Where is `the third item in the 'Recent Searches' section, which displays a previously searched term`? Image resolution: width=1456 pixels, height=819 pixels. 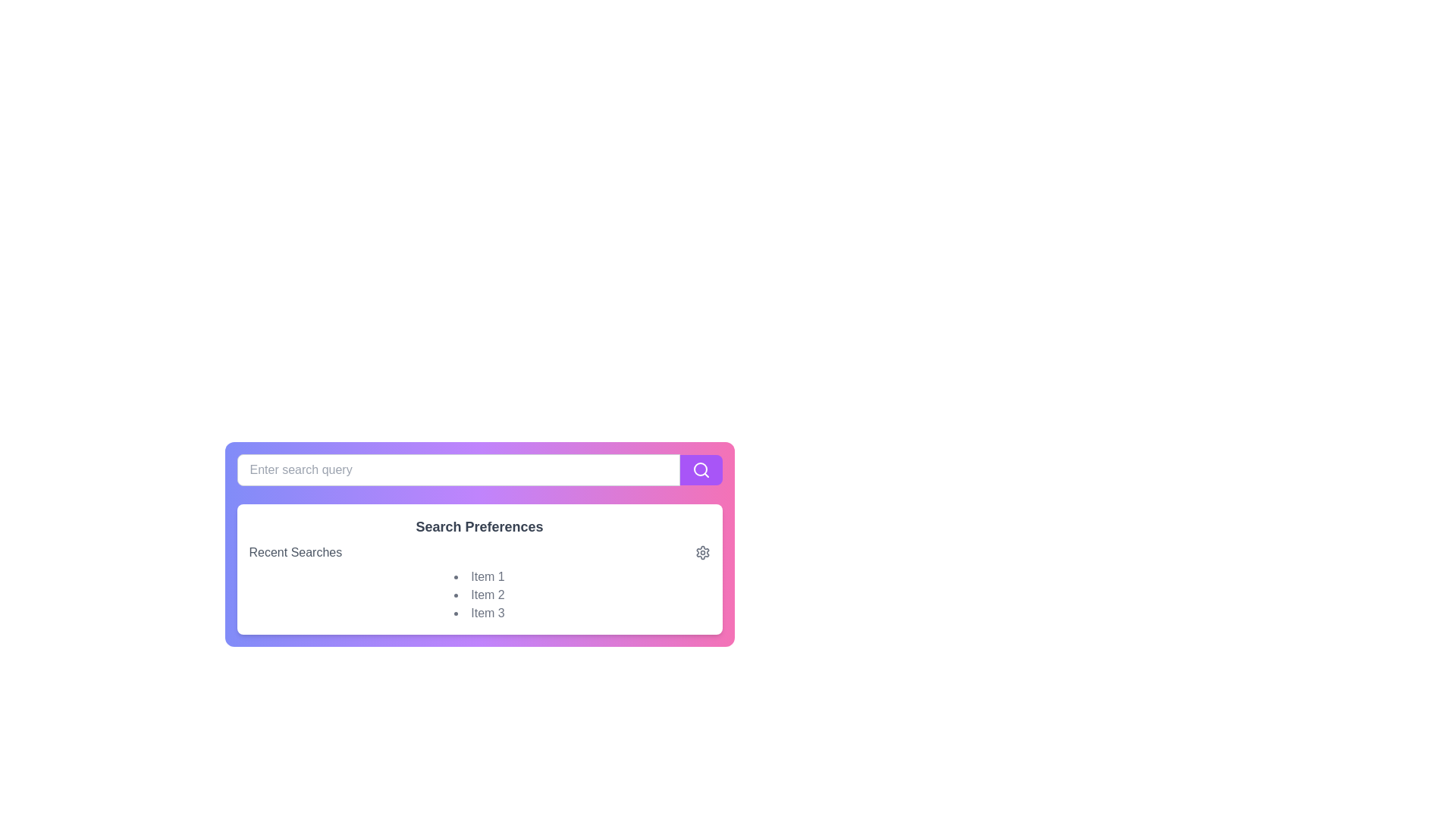
the third item in the 'Recent Searches' section, which displays a previously searched term is located at coordinates (479, 613).